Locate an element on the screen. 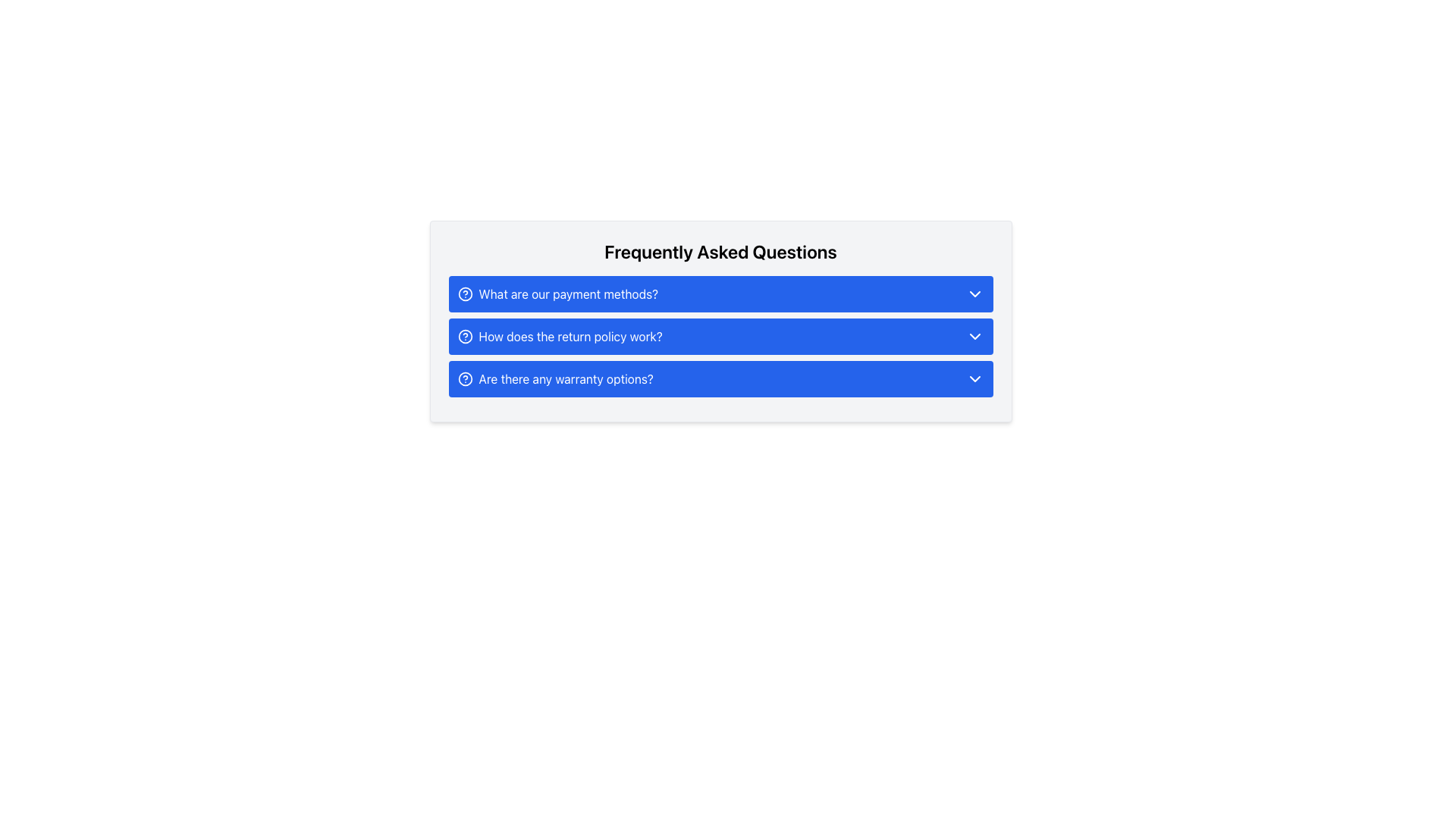 This screenshot has height=819, width=1456. the circular icon with a question mark symbol, which is located to the left of the text 'How does the return policy work?' is located at coordinates (464, 335).